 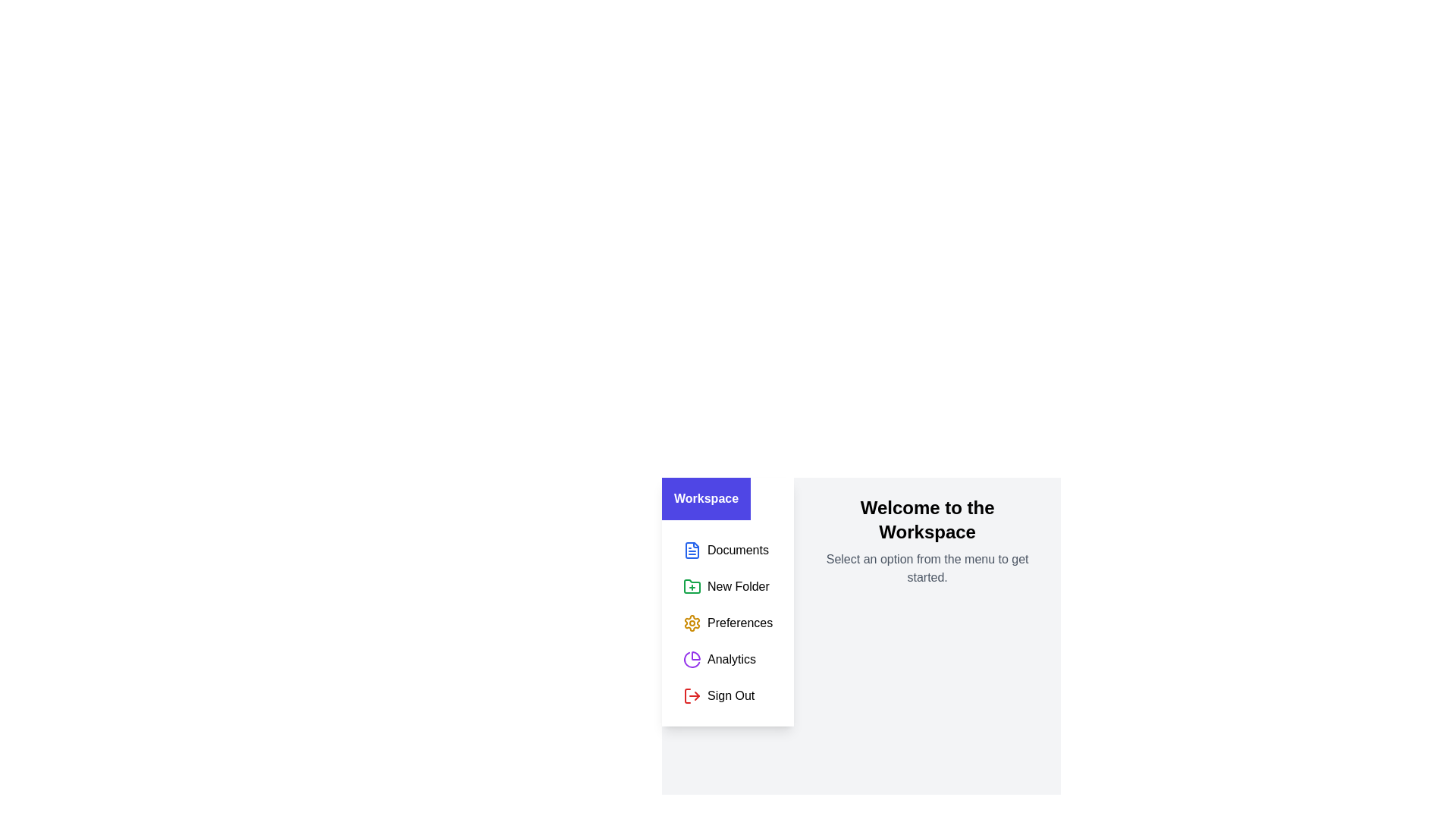 What do you see at coordinates (728, 696) in the screenshot?
I see `the menu item Sign Out to select it` at bounding box center [728, 696].